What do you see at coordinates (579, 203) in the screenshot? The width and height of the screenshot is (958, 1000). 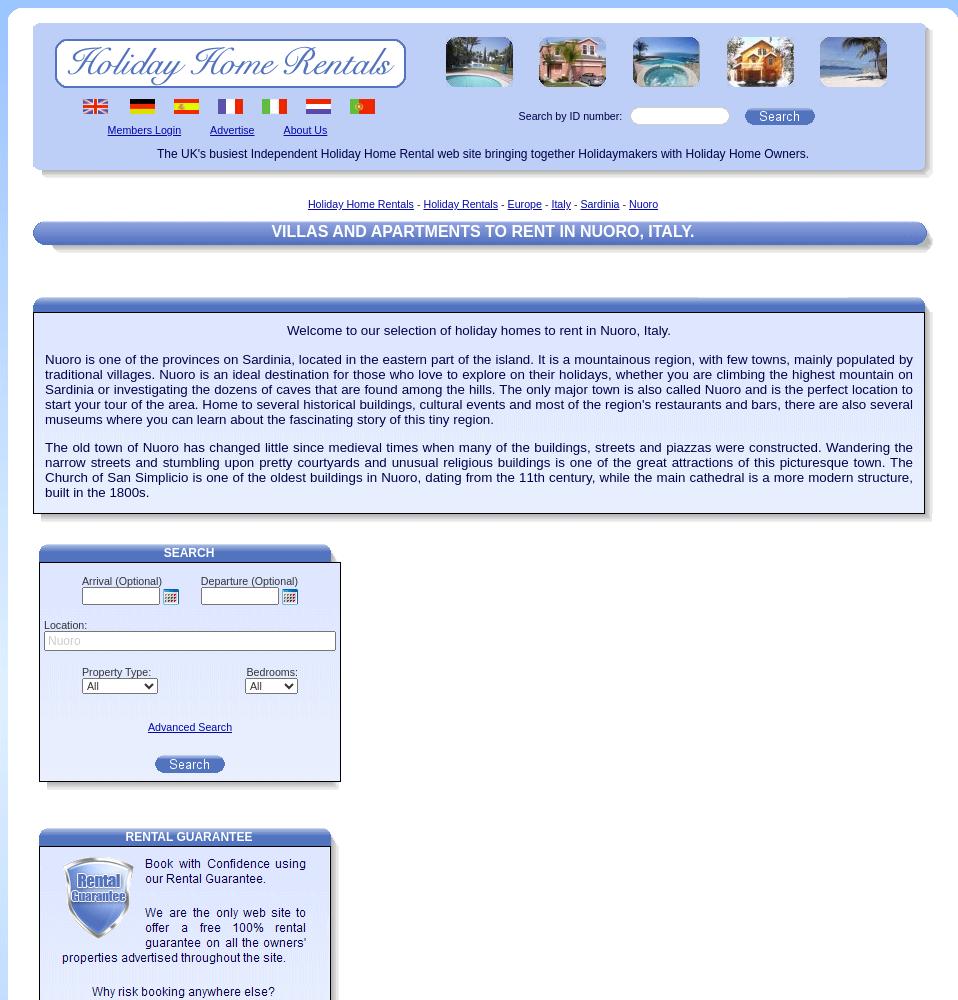 I see `'Sardinia'` at bounding box center [579, 203].